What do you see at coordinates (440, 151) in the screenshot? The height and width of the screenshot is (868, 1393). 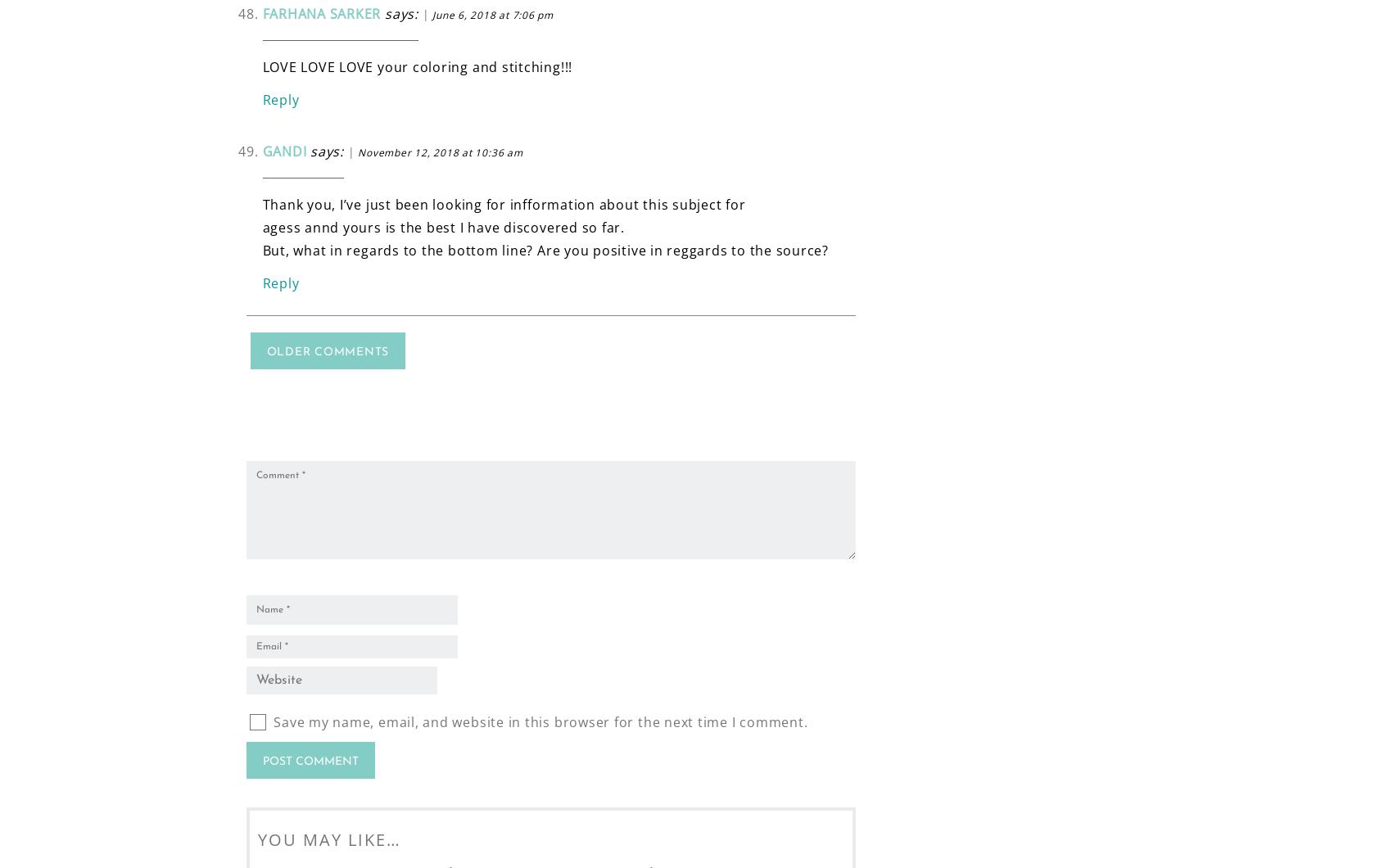 I see `'November 12, 2018 at 10:36 am'` at bounding box center [440, 151].